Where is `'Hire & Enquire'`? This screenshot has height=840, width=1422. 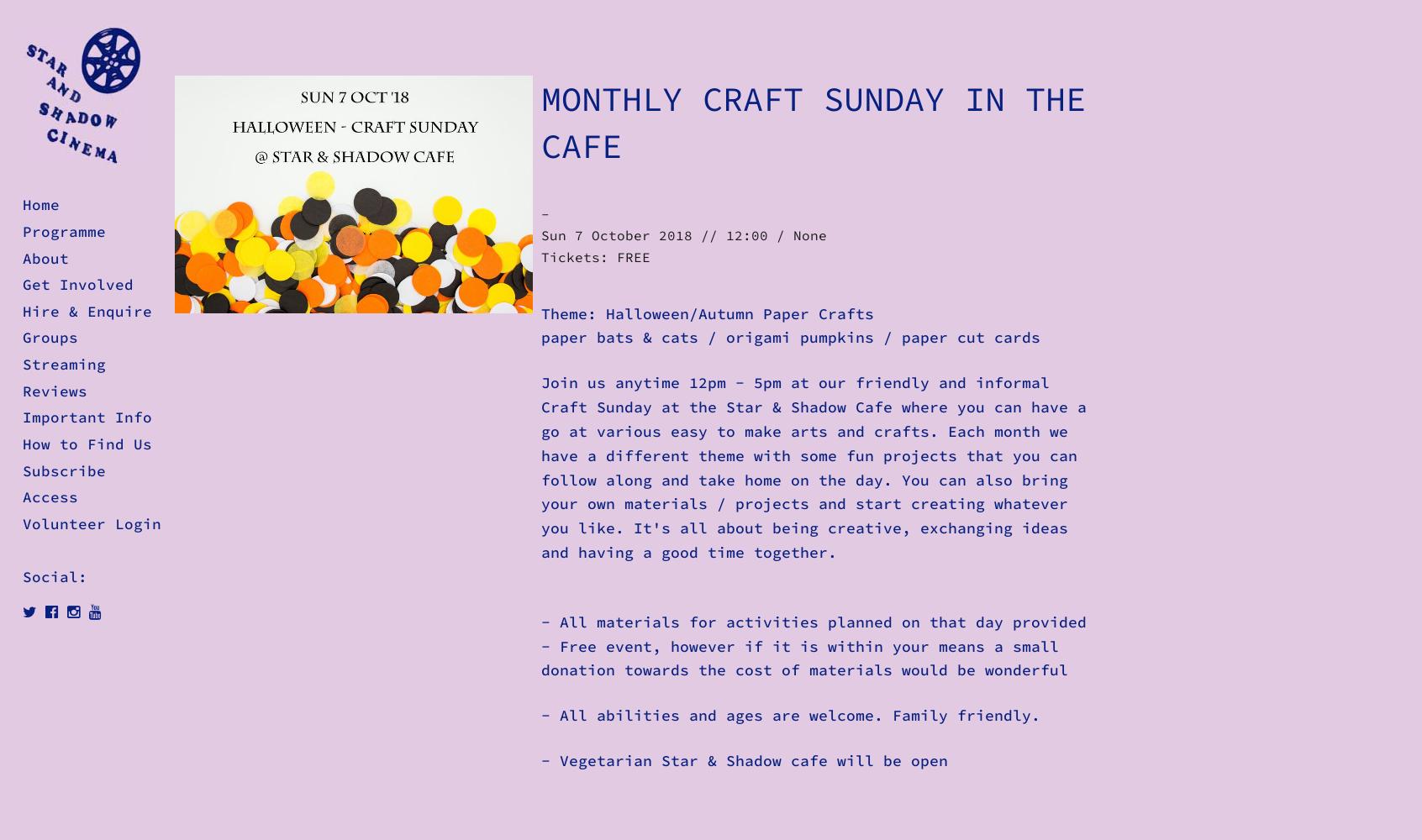
'Hire & Enquire' is located at coordinates (87, 310).